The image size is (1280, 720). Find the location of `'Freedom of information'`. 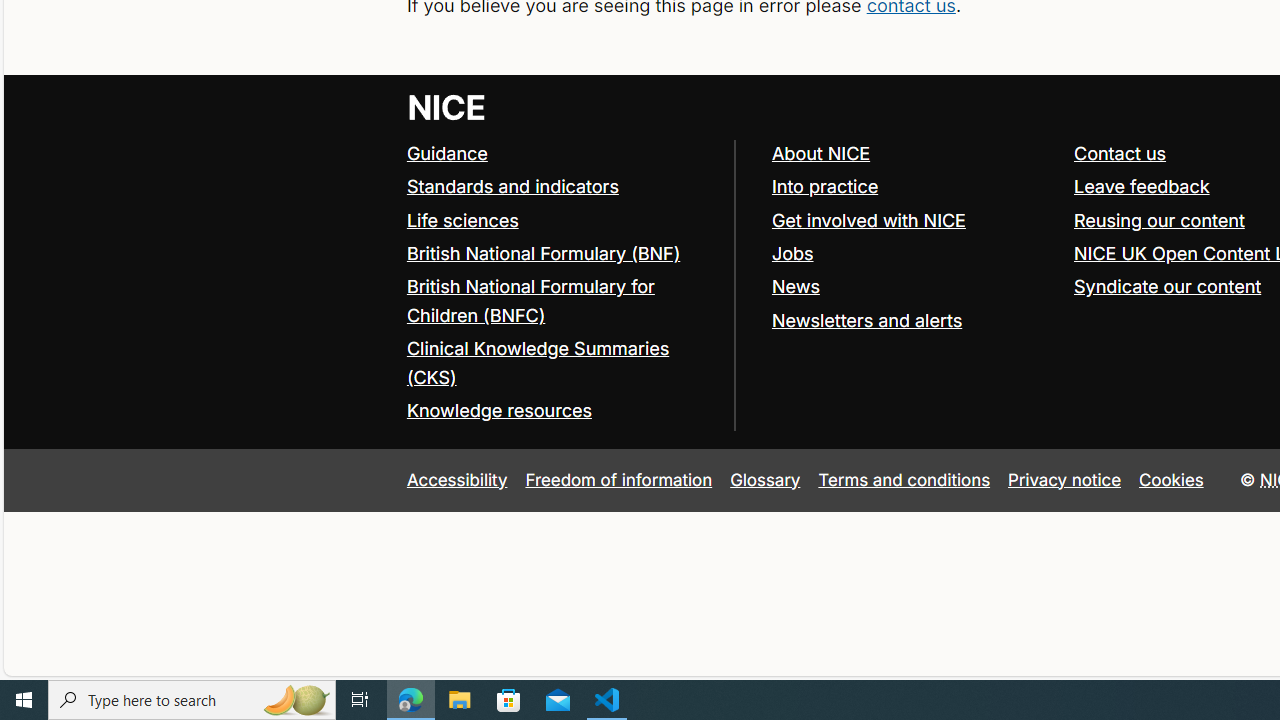

'Freedom of information' is located at coordinates (617, 479).